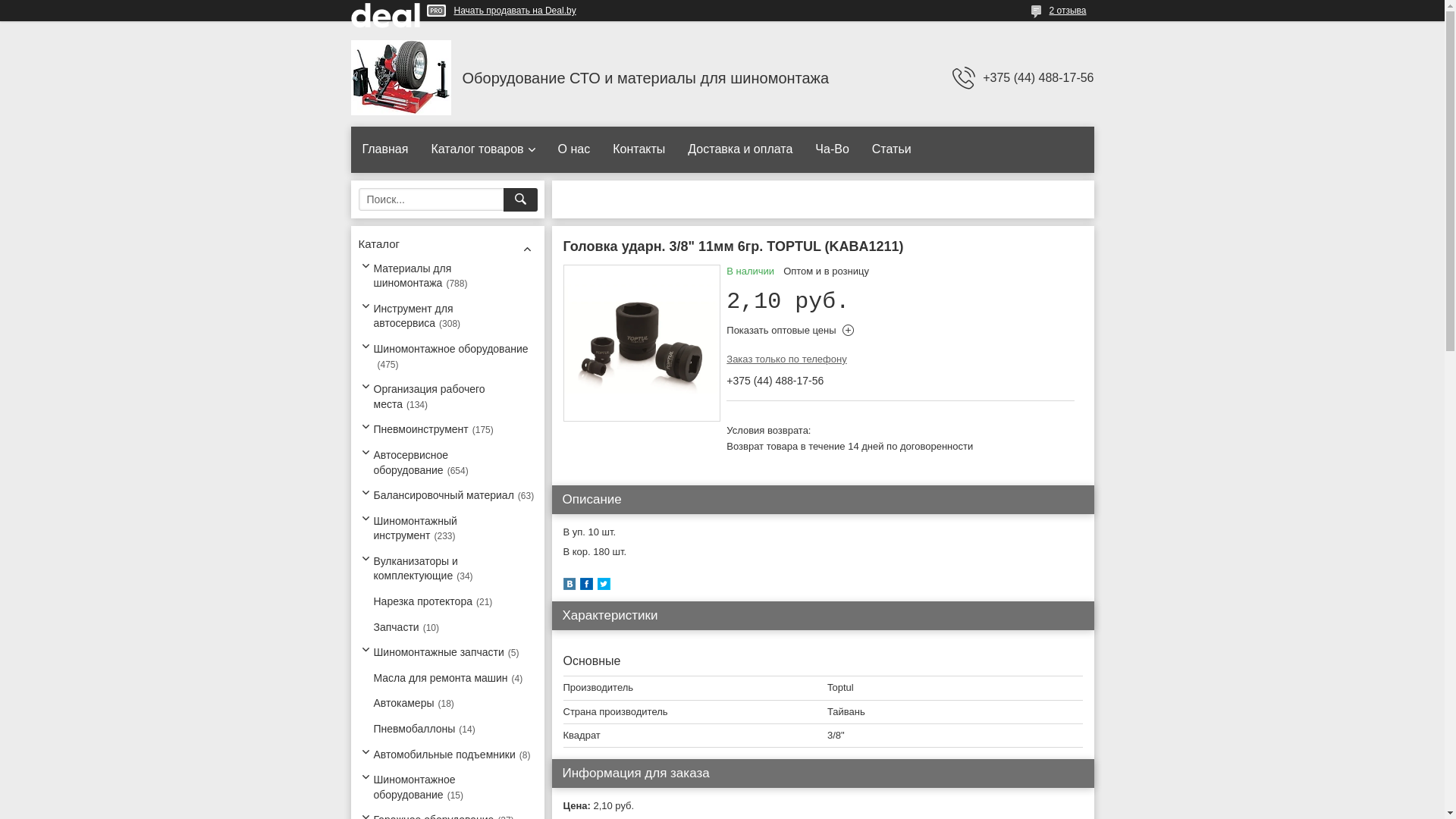 Image resolution: width=1456 pixels, height=819 pixels. What do you see at coordinates (603, 585) in the screenshot?
I see `'twitter'` at bounding box center [603, 585].